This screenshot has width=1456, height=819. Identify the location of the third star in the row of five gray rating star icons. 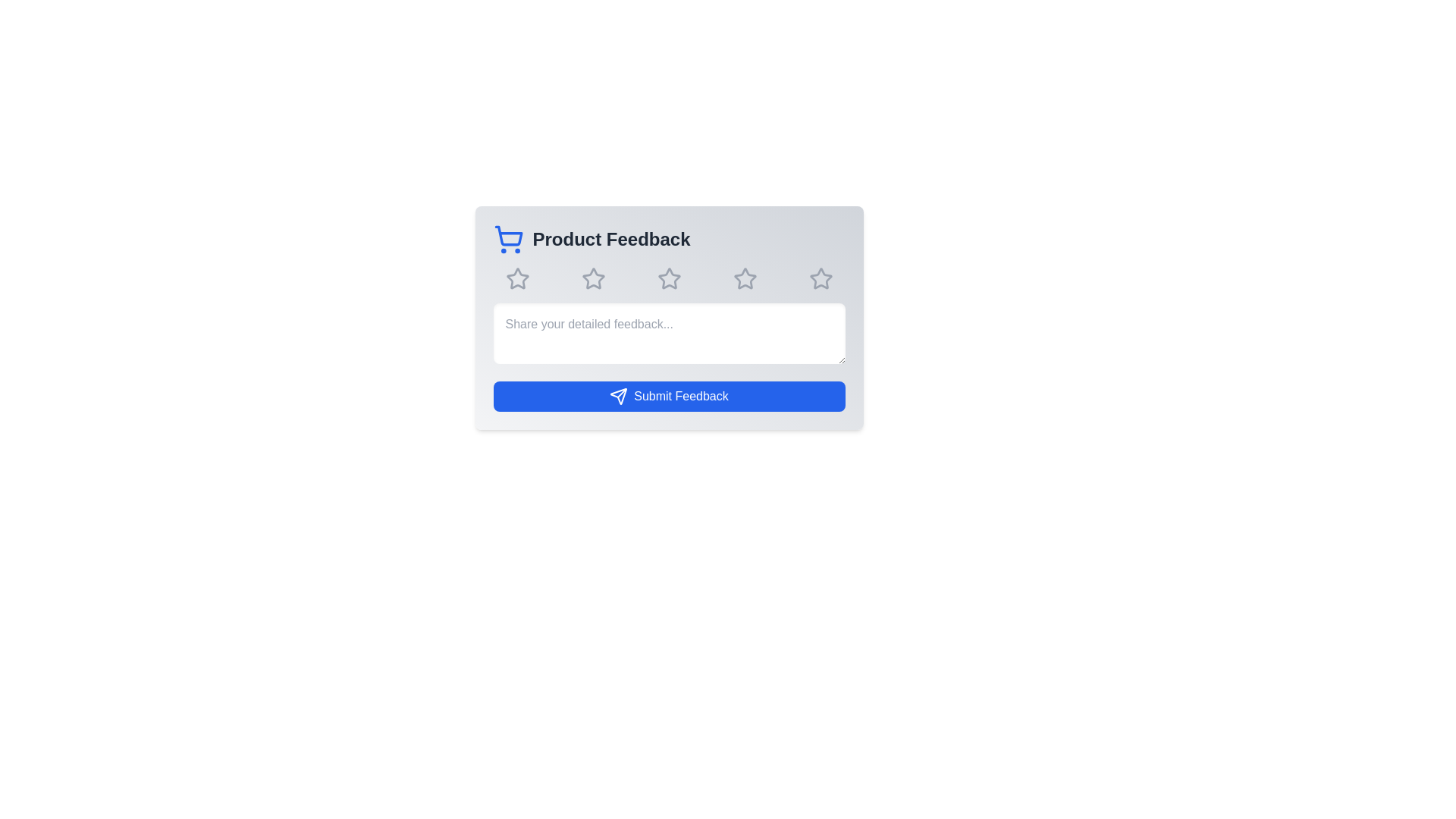
(668, 278).